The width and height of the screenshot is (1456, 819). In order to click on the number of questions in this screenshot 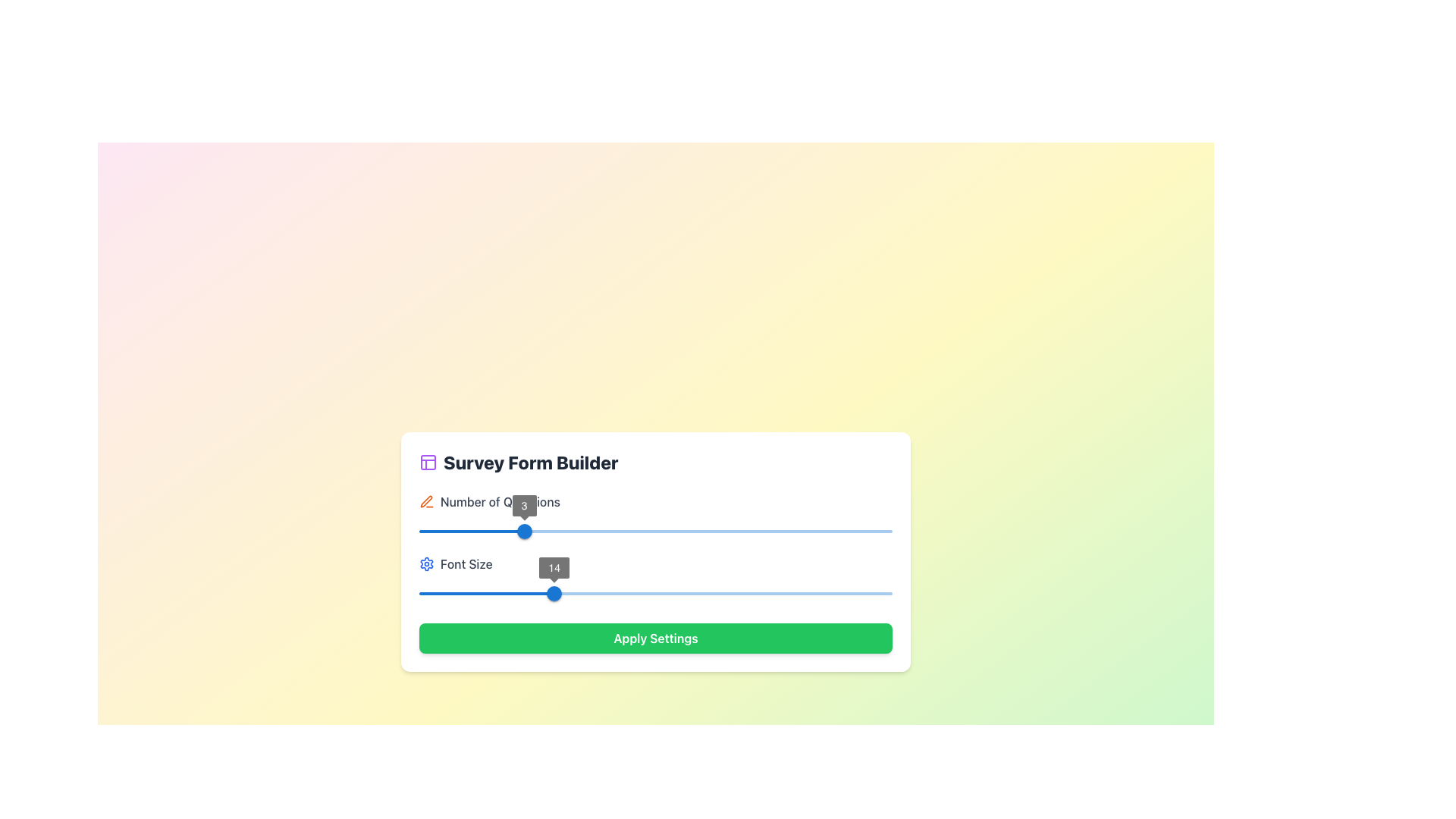, I will do `click(471, 531)`.